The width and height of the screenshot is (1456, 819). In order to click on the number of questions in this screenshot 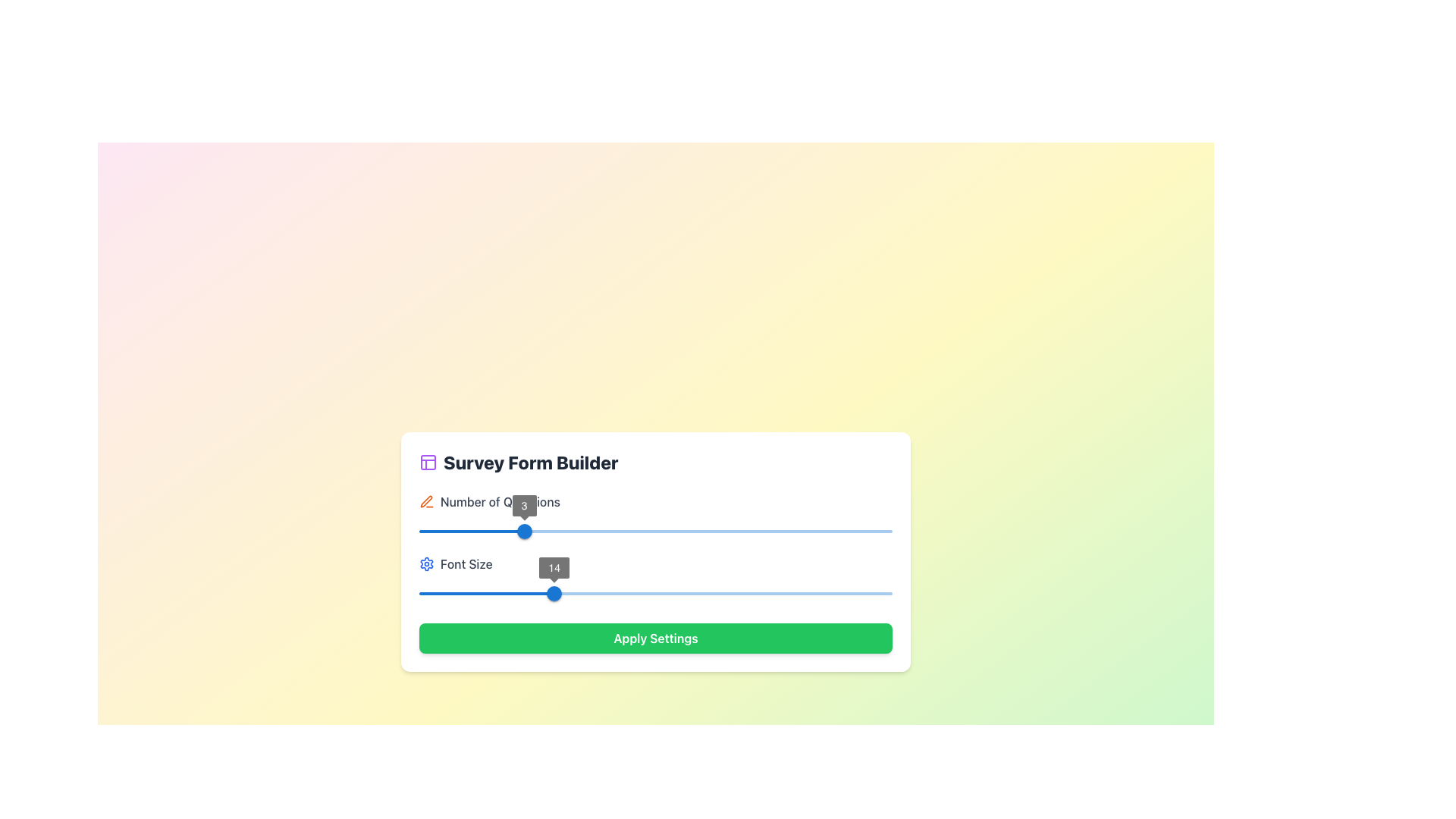, I will do `click(471, 531)`.